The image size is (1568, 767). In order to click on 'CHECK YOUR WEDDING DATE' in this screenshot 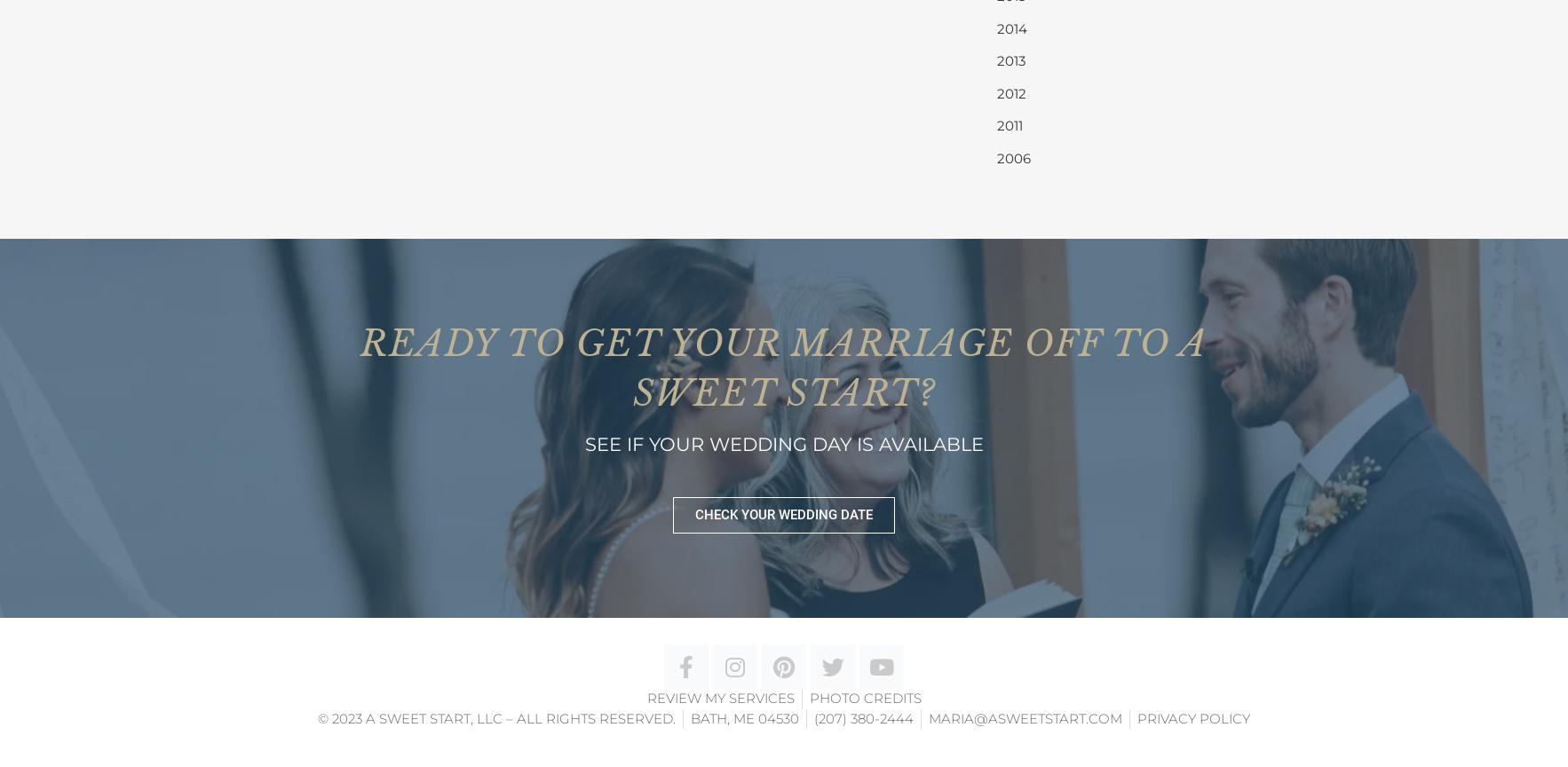, I will do `click(784, 514)`.